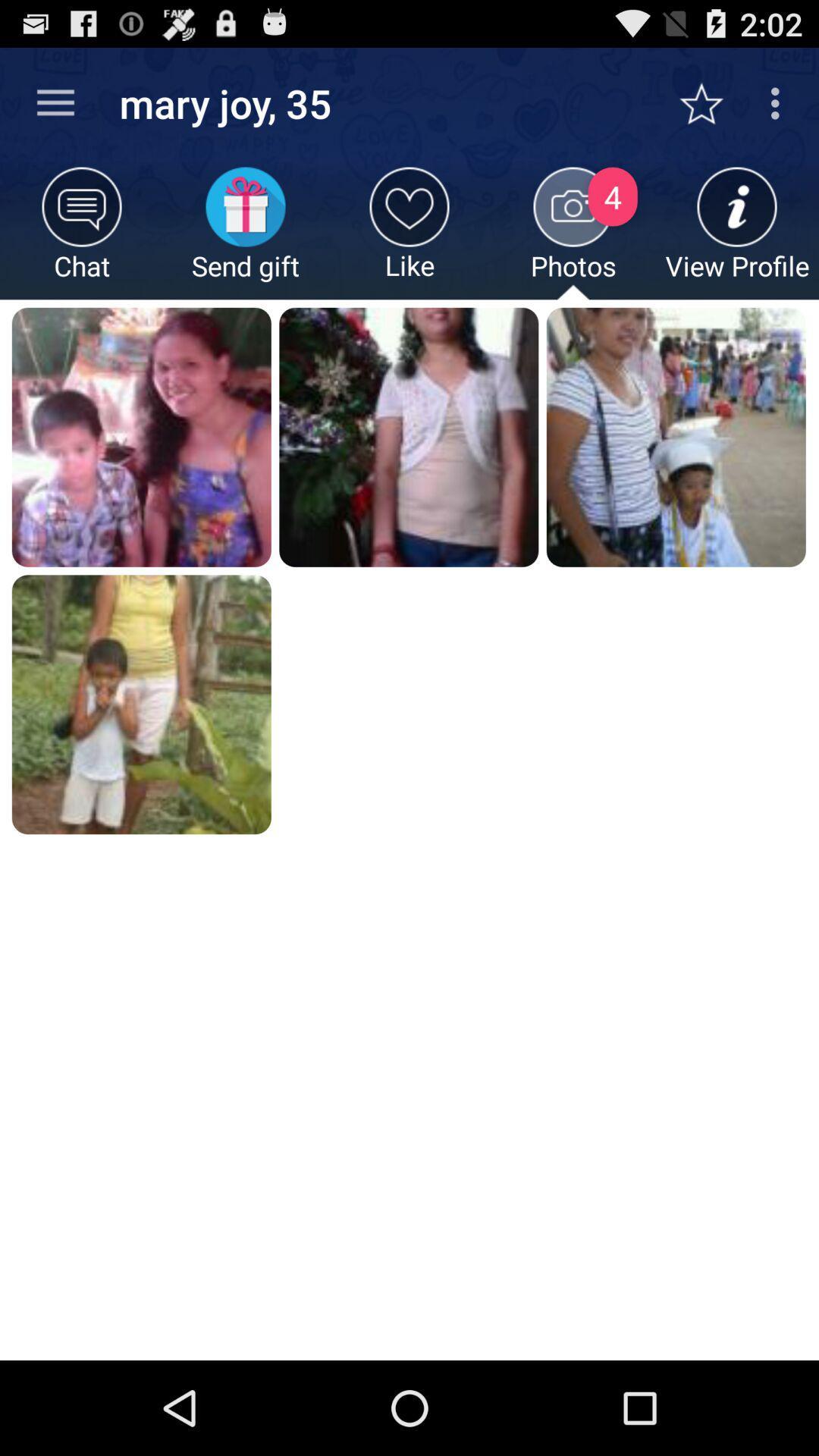 This screenshot has width=819, height=1456. What do you see at coordinates (409, 232) in the screenshot?
I see `the button next to send gift` at bounding box center [409, 232].